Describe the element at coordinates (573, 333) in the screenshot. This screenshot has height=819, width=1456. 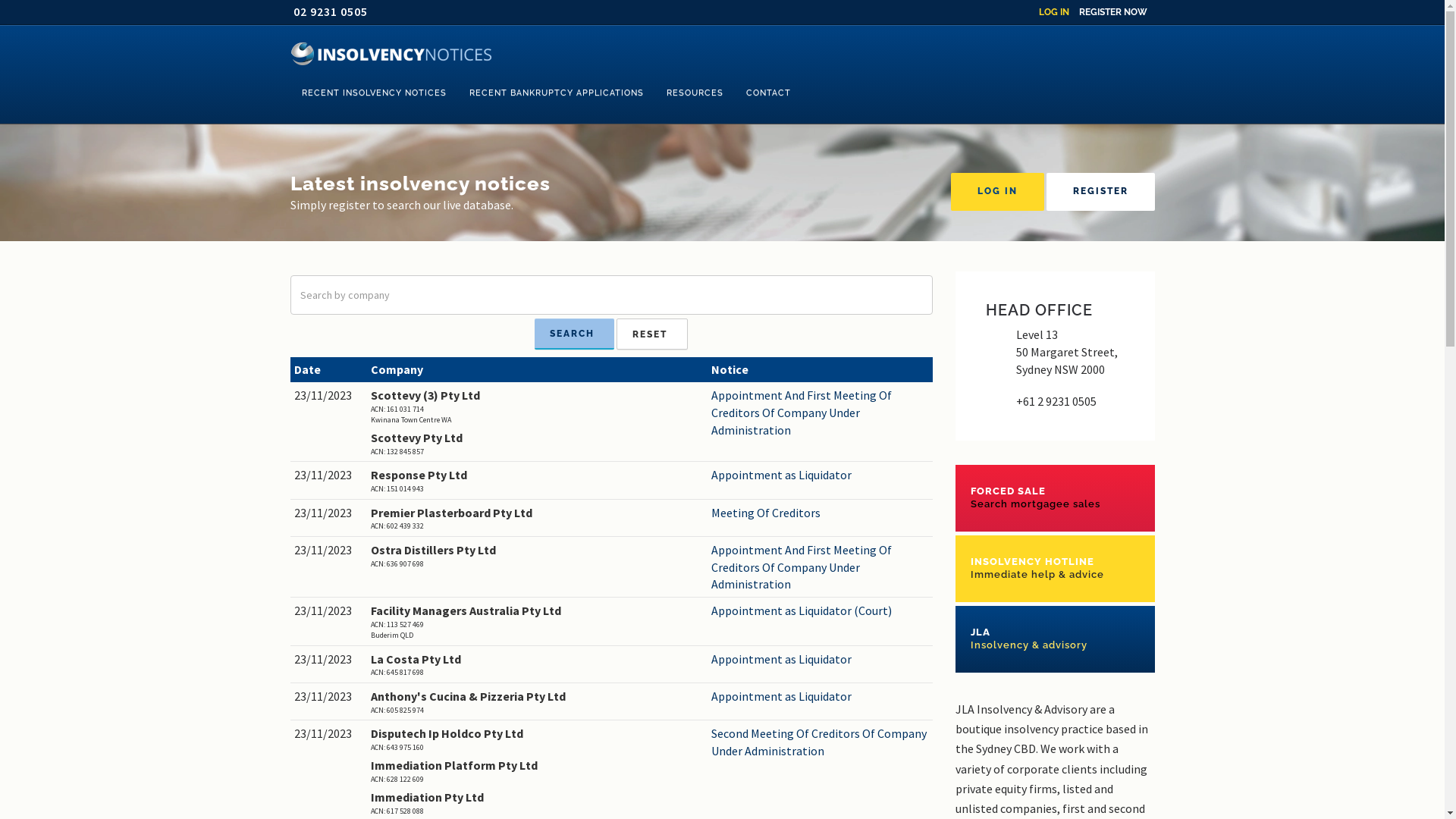
I see `'Search'` at that location.